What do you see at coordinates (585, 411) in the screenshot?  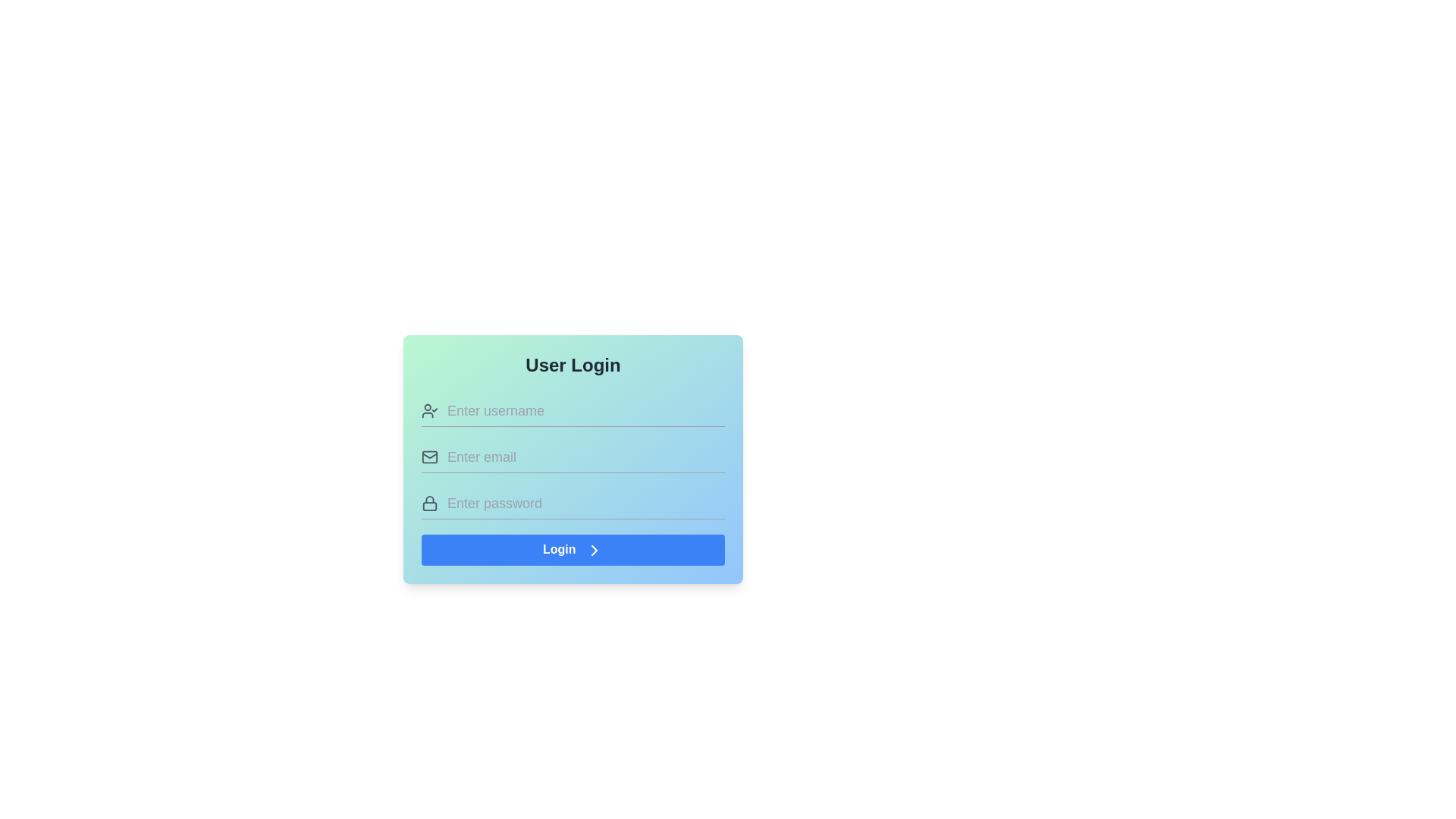 I see `the Text Input Field with a transparent background and gray border, which has the placeholder 'Enter username'` at bounding box center [585, 411].